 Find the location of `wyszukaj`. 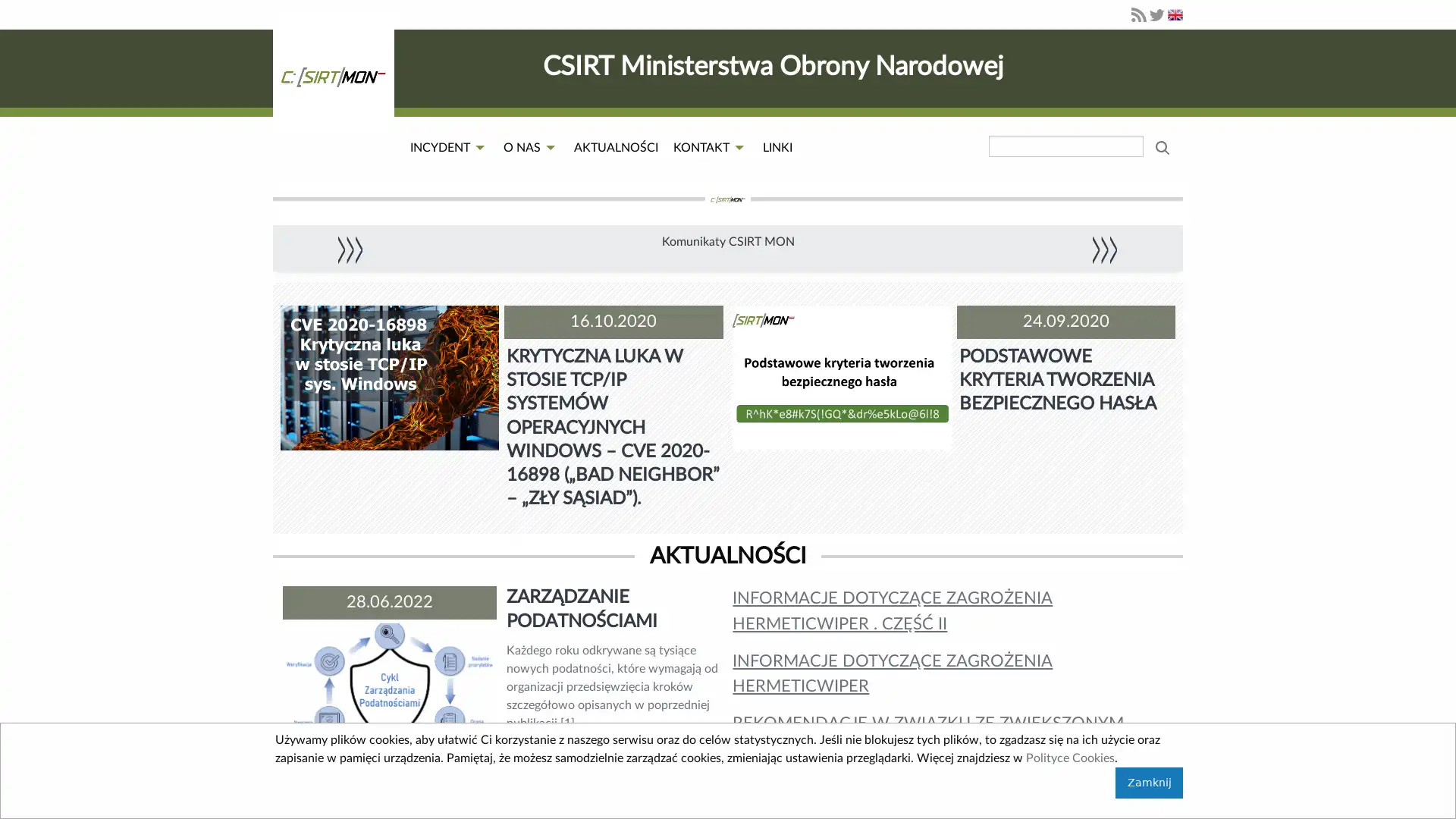

wyszukaj is located at coordinates (1160, 146).